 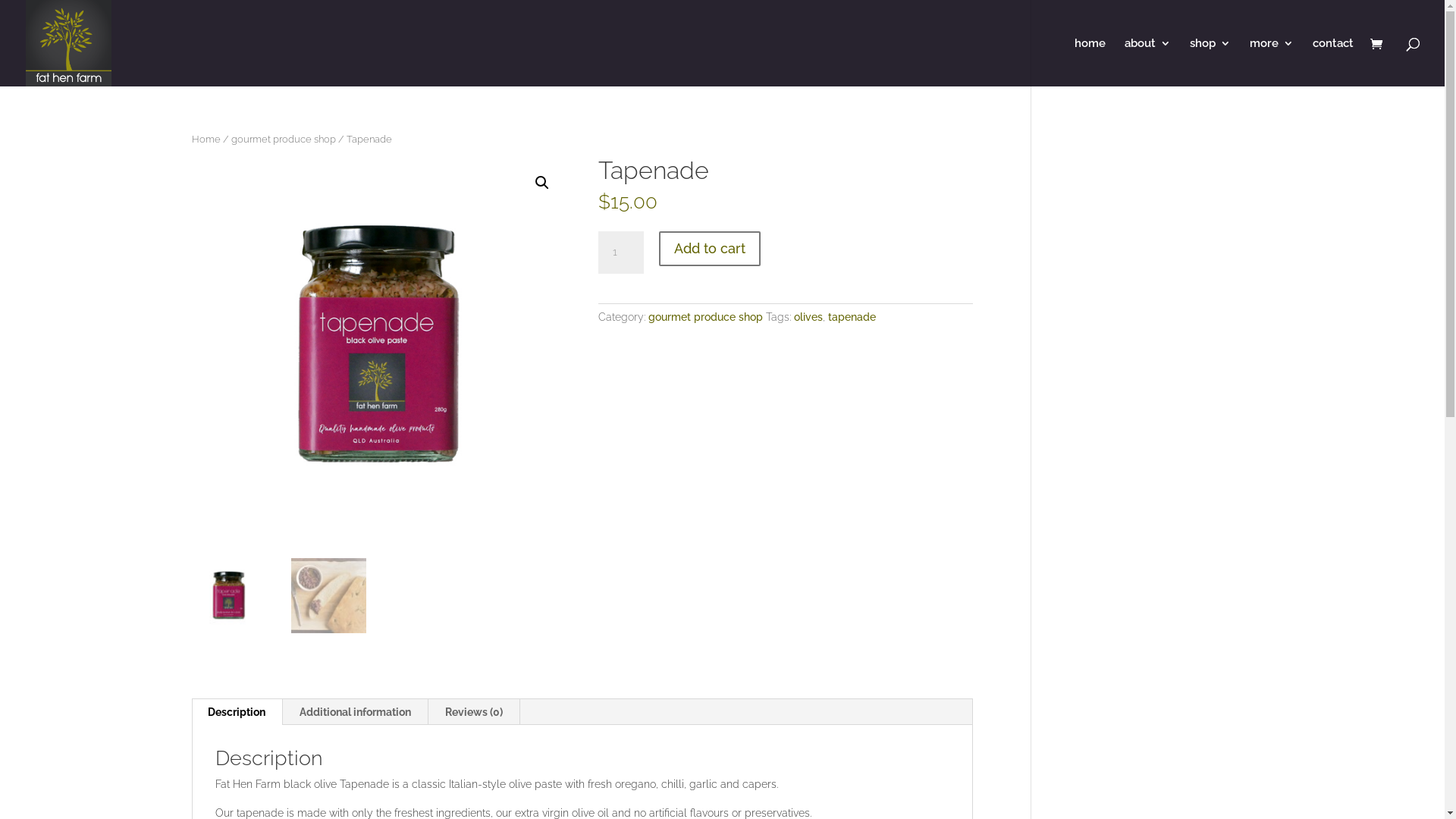 What do you see at coordinates (1332, 61) in the screenshot?
I see `'contact'` at bounding box center [1332, 61].